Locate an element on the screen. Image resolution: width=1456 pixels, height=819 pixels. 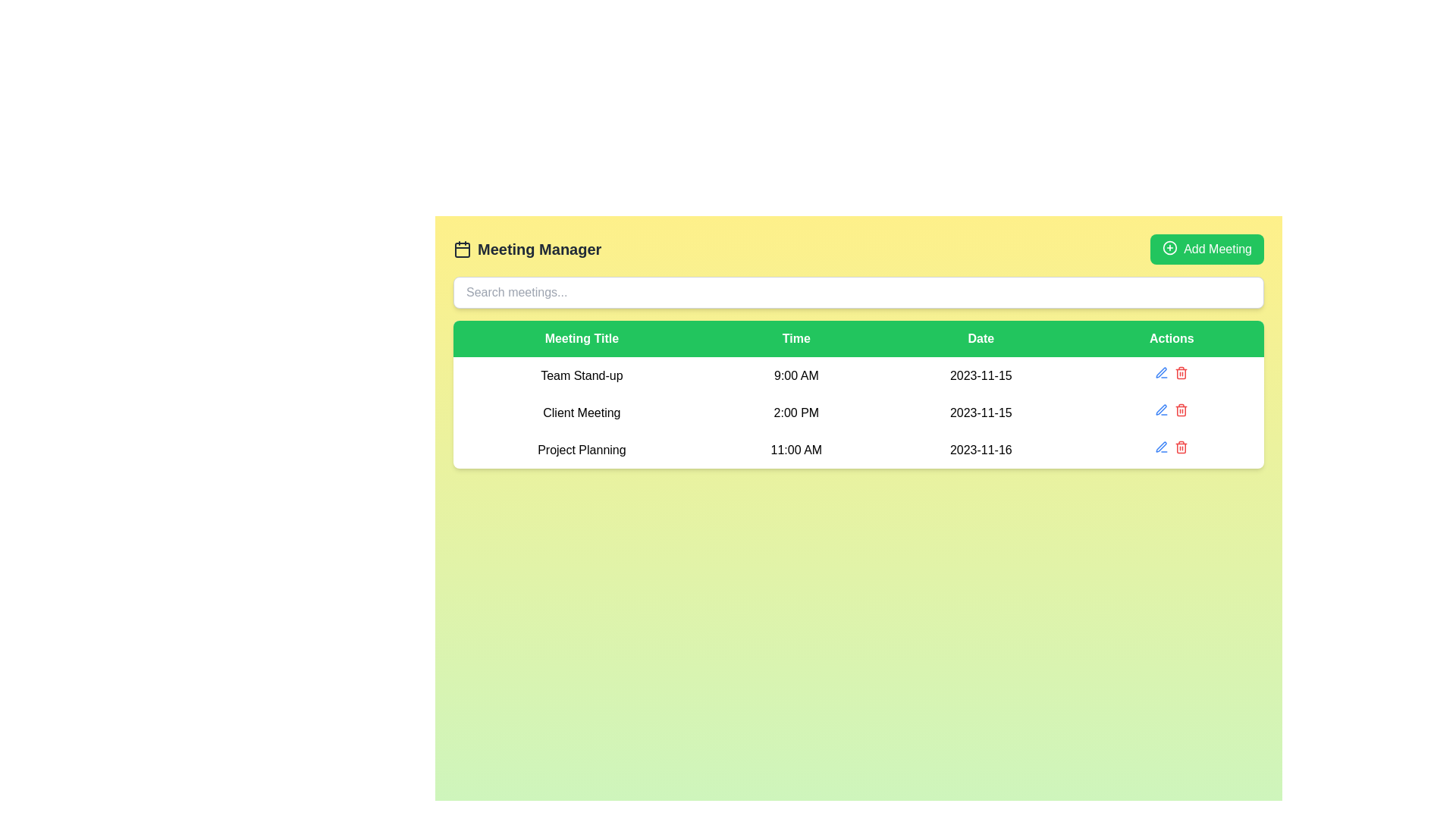
the empty interactive icon located under the 'Actions' column in the 'Client Meeting' row is located at coordinates (1171, 413).